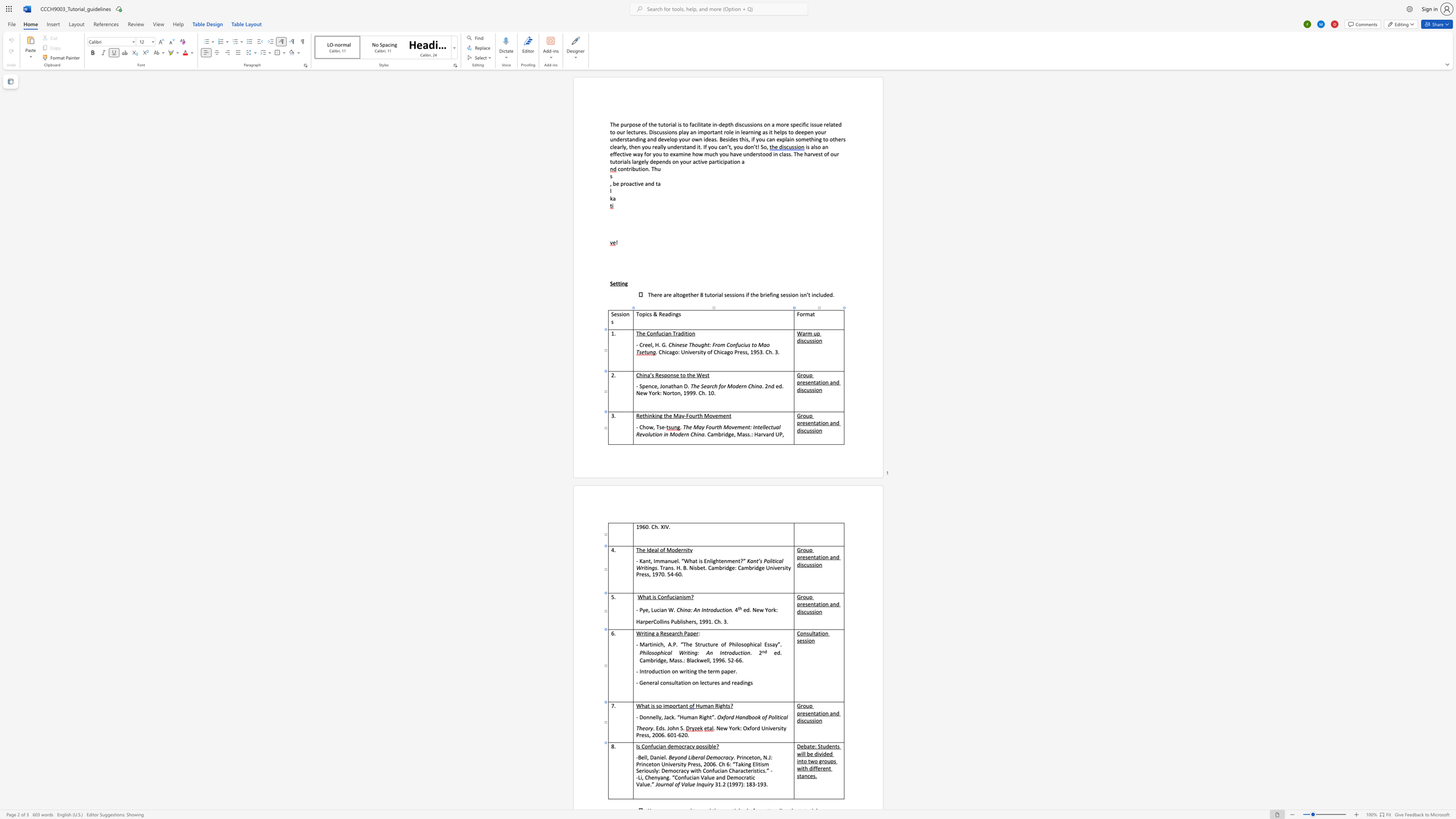 The image size is (1456, 819). What do you see at coordinates (718, 717) in the screenshot?
I see `the 1th character "O" in the text` at bounding box center [718, 717].